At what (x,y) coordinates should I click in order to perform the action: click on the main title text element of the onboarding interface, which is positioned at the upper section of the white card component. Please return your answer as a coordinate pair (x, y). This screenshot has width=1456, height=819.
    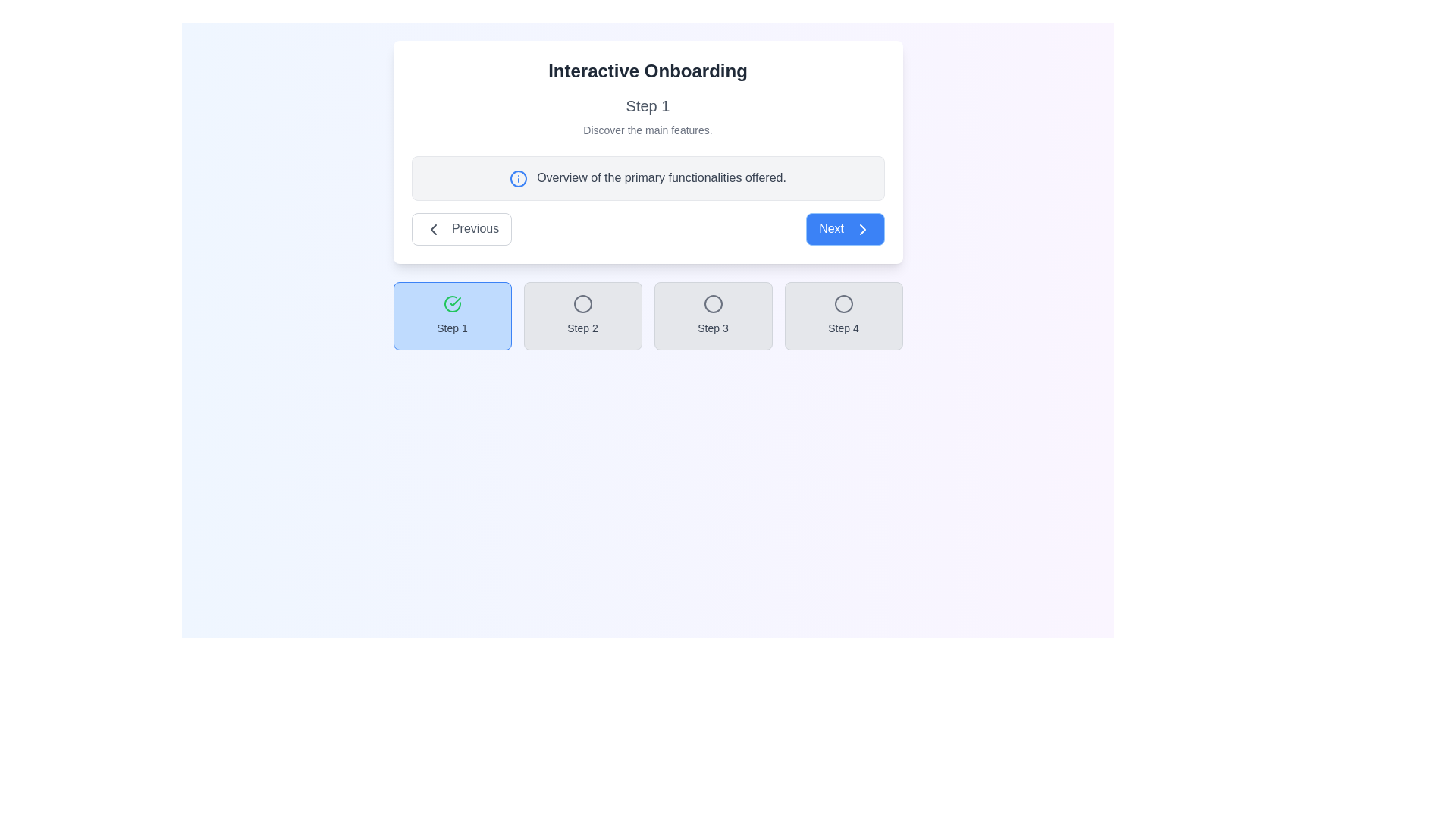
    Looking at the image, I should click on (648, 71).